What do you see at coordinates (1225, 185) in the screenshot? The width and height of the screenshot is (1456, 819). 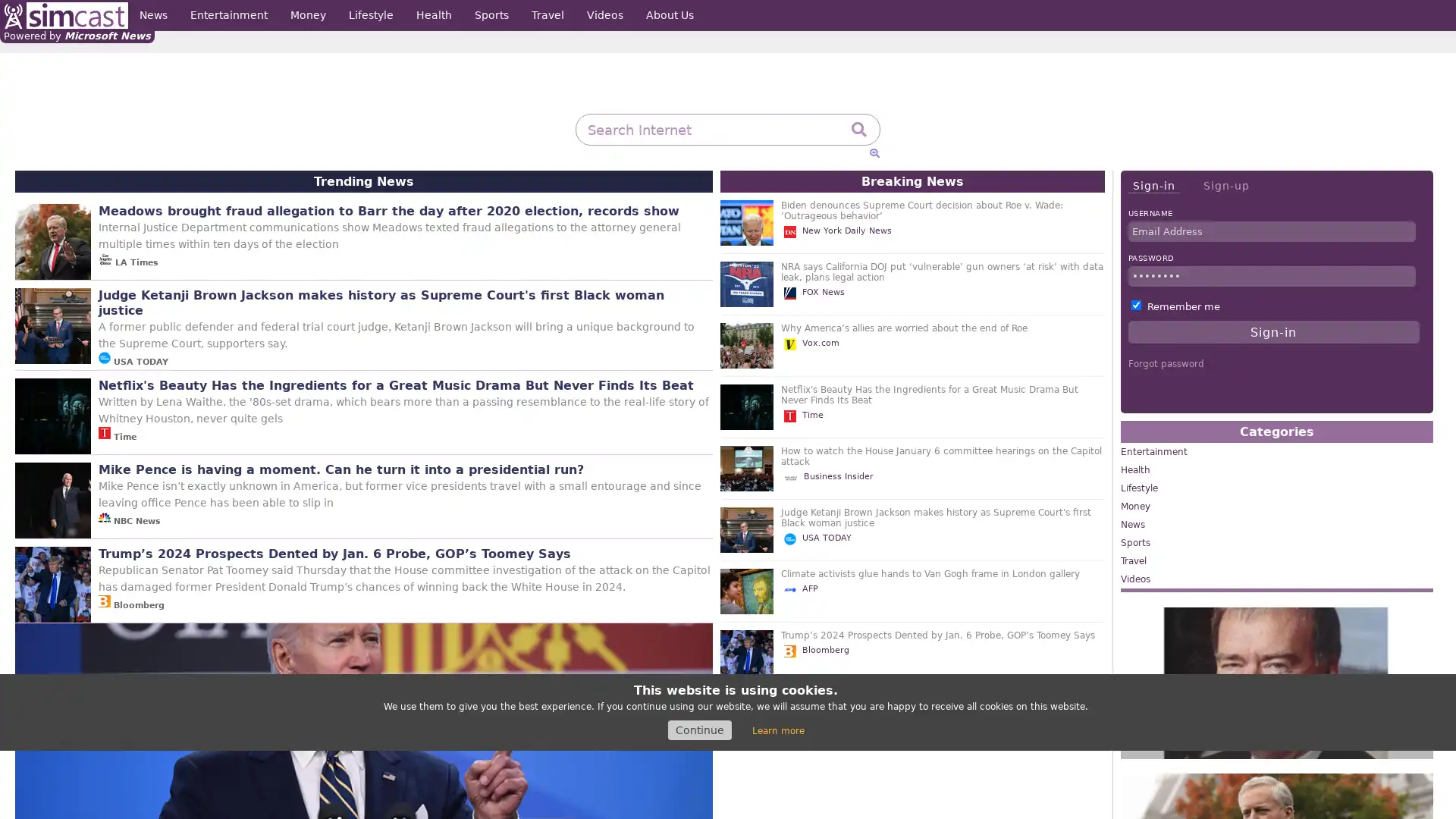 I see `Sign-up` at bounding box center [1225, 185].